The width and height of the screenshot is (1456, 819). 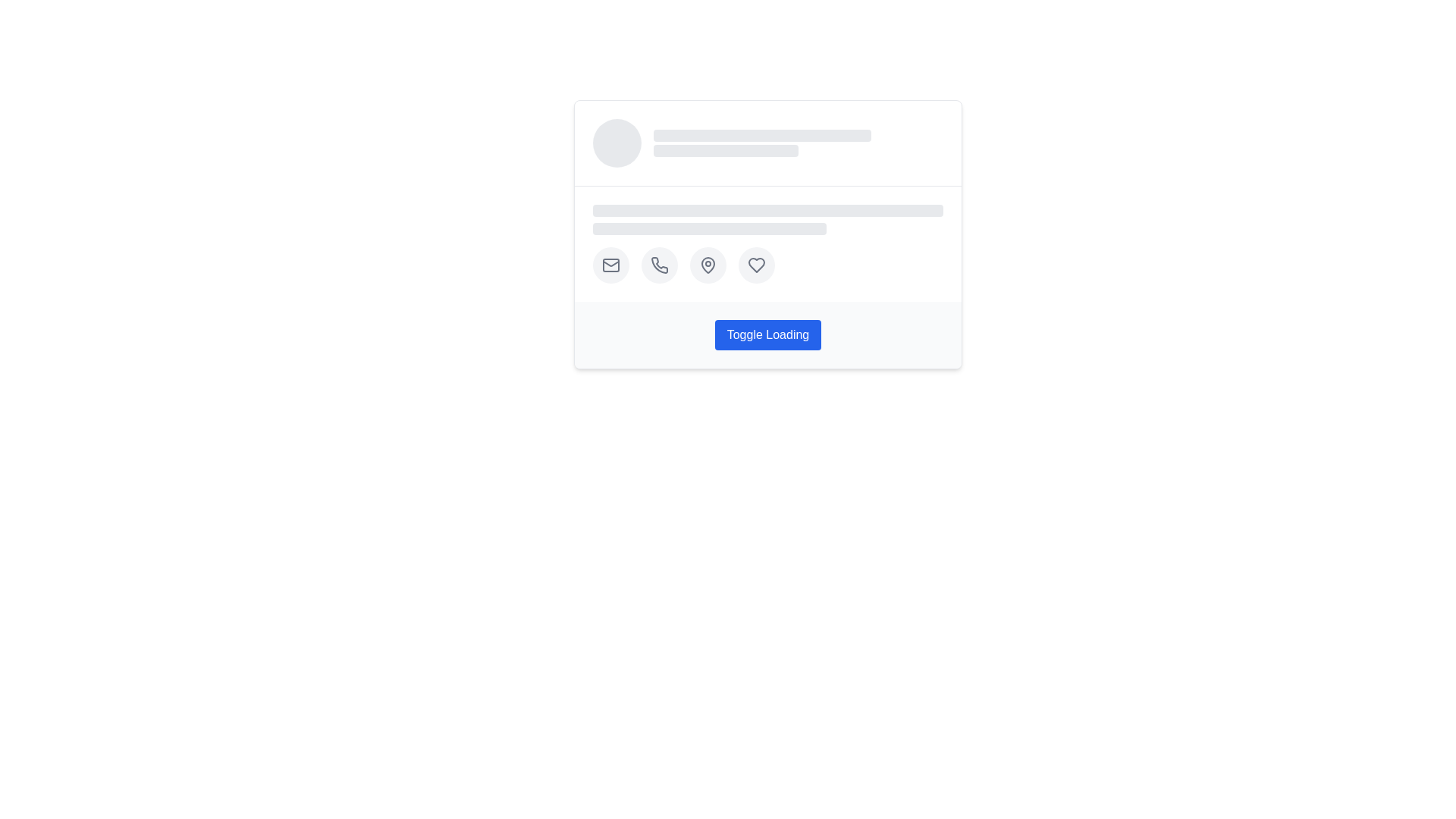 I want to click on the heart-shaped icon located at the bottom center of the interface, specifically the rightmost icon in a horizontal arrangement, so click(x=757, y=265).